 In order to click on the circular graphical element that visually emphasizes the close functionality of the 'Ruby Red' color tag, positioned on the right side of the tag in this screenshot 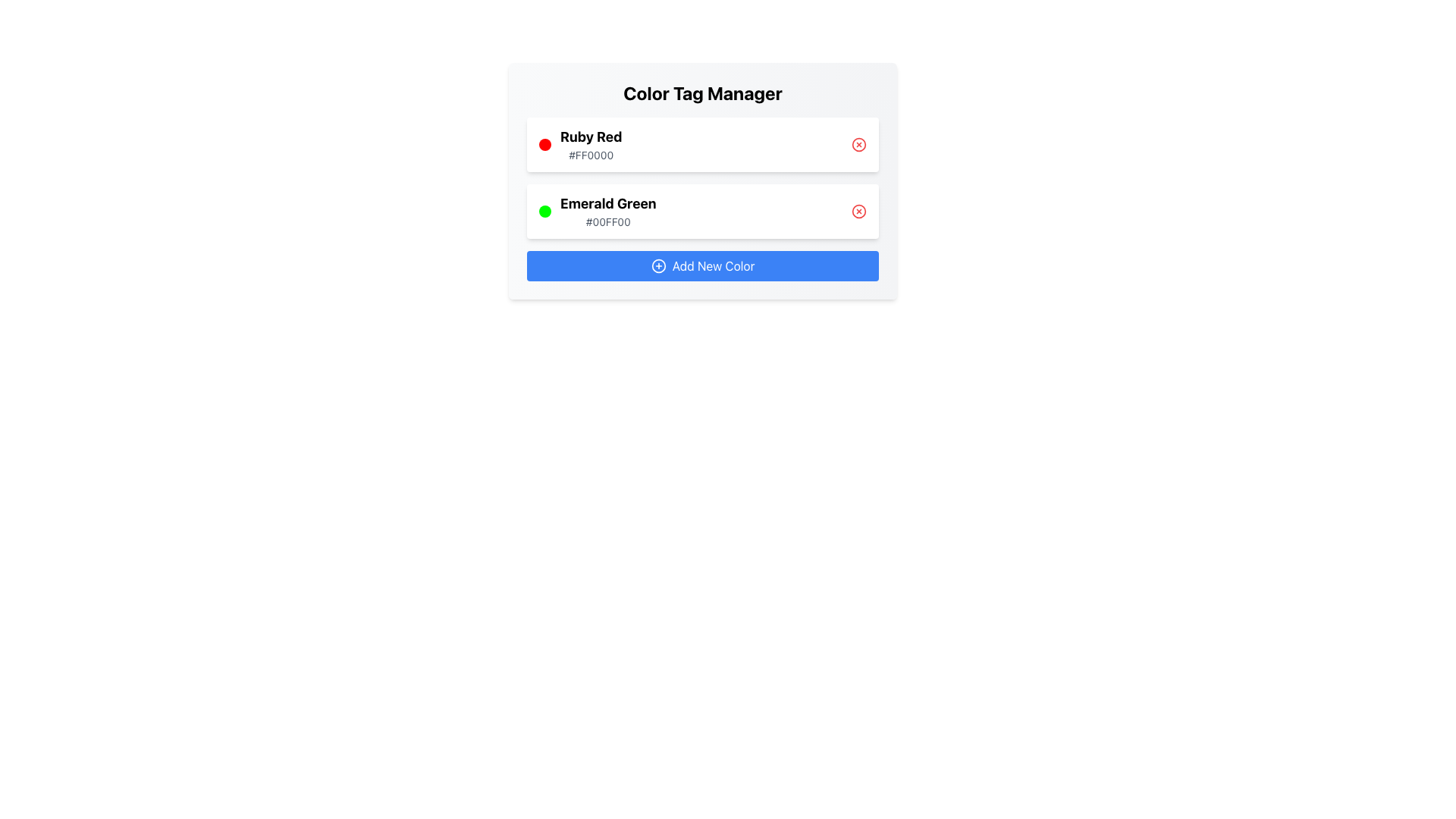, I will do `click(858, 145)`.